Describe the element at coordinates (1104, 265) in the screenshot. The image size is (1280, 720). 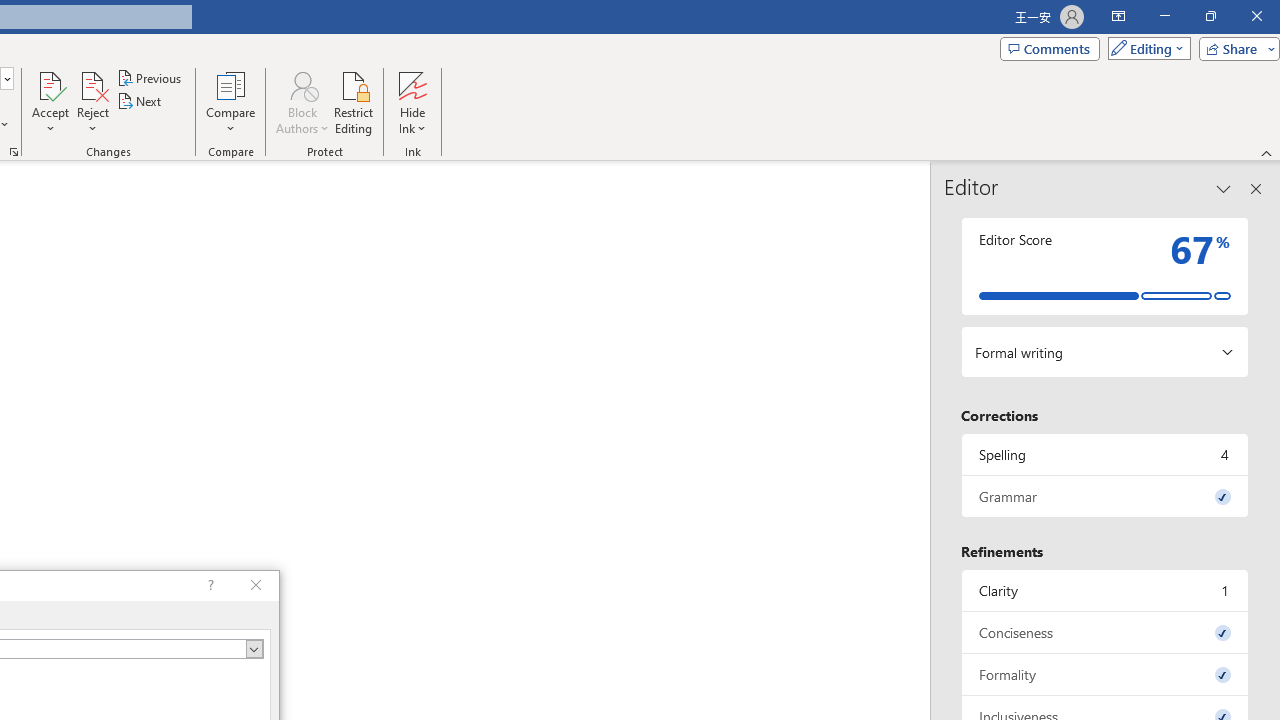
I see `'Editor Score 67%'` at that location.